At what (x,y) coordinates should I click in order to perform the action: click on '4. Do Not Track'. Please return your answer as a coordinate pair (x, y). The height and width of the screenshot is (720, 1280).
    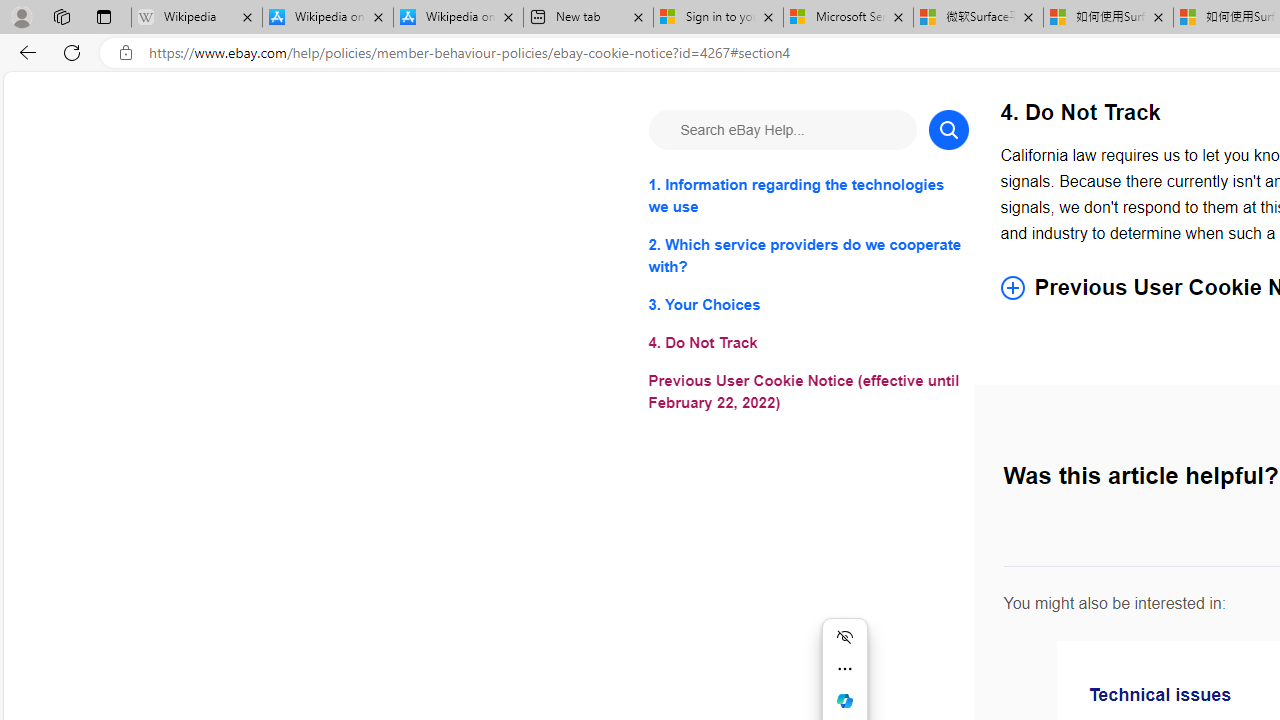
    Looking at the image, I should click on (808, 342).